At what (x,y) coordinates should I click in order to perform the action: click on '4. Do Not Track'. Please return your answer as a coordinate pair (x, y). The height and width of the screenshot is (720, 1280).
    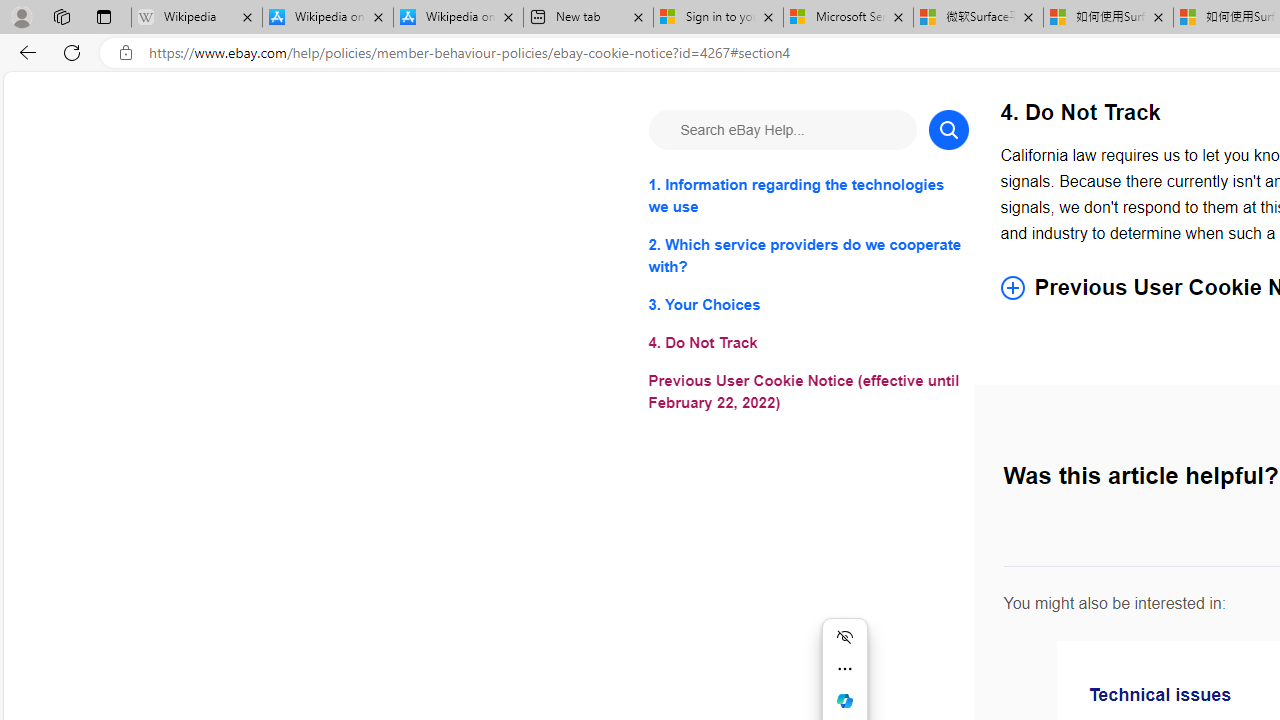
    Looking at the image, I should click on (808, 342).